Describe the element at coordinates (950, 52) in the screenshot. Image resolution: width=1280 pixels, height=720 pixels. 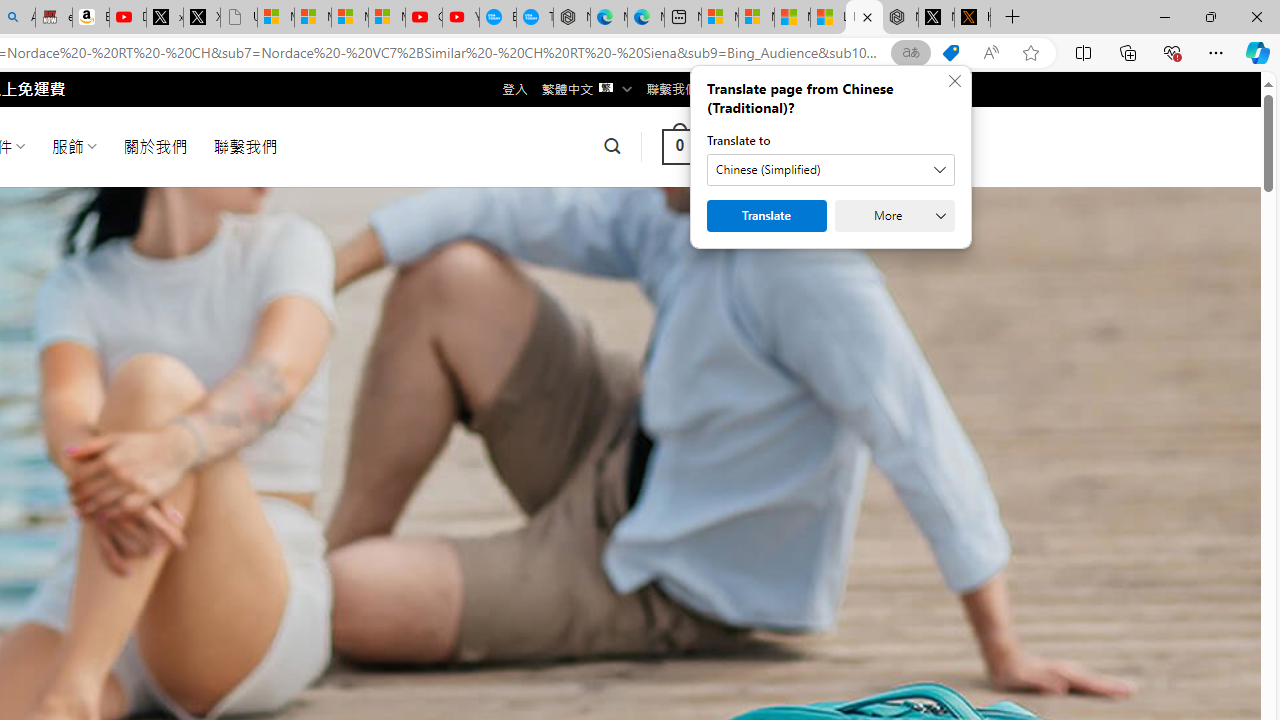
I see `'This site has coupons! Shopping in Microsoft Edge'` at that location.